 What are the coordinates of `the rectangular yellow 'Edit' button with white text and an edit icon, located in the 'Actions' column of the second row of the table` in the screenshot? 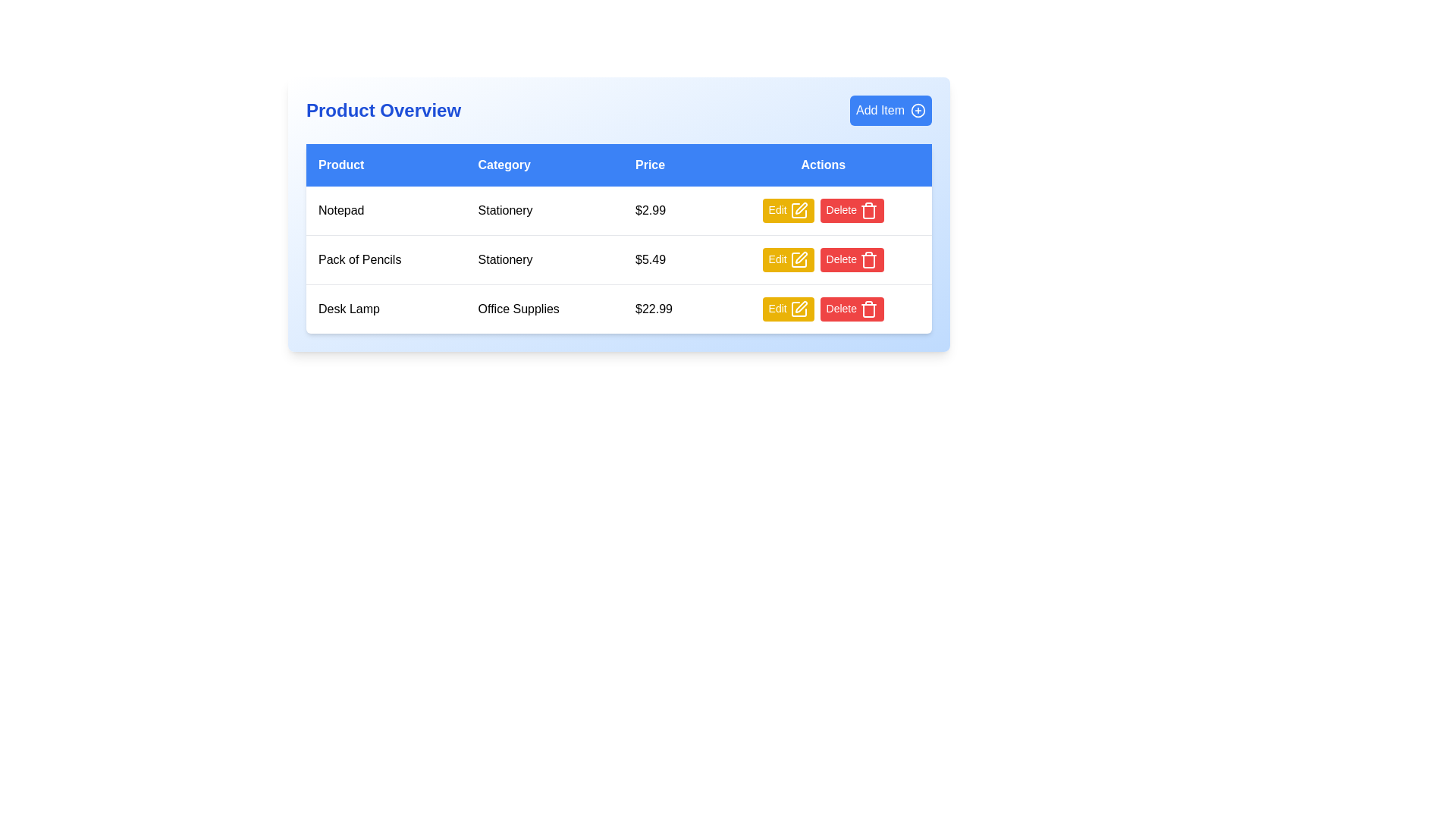 It's located at (788, 259).